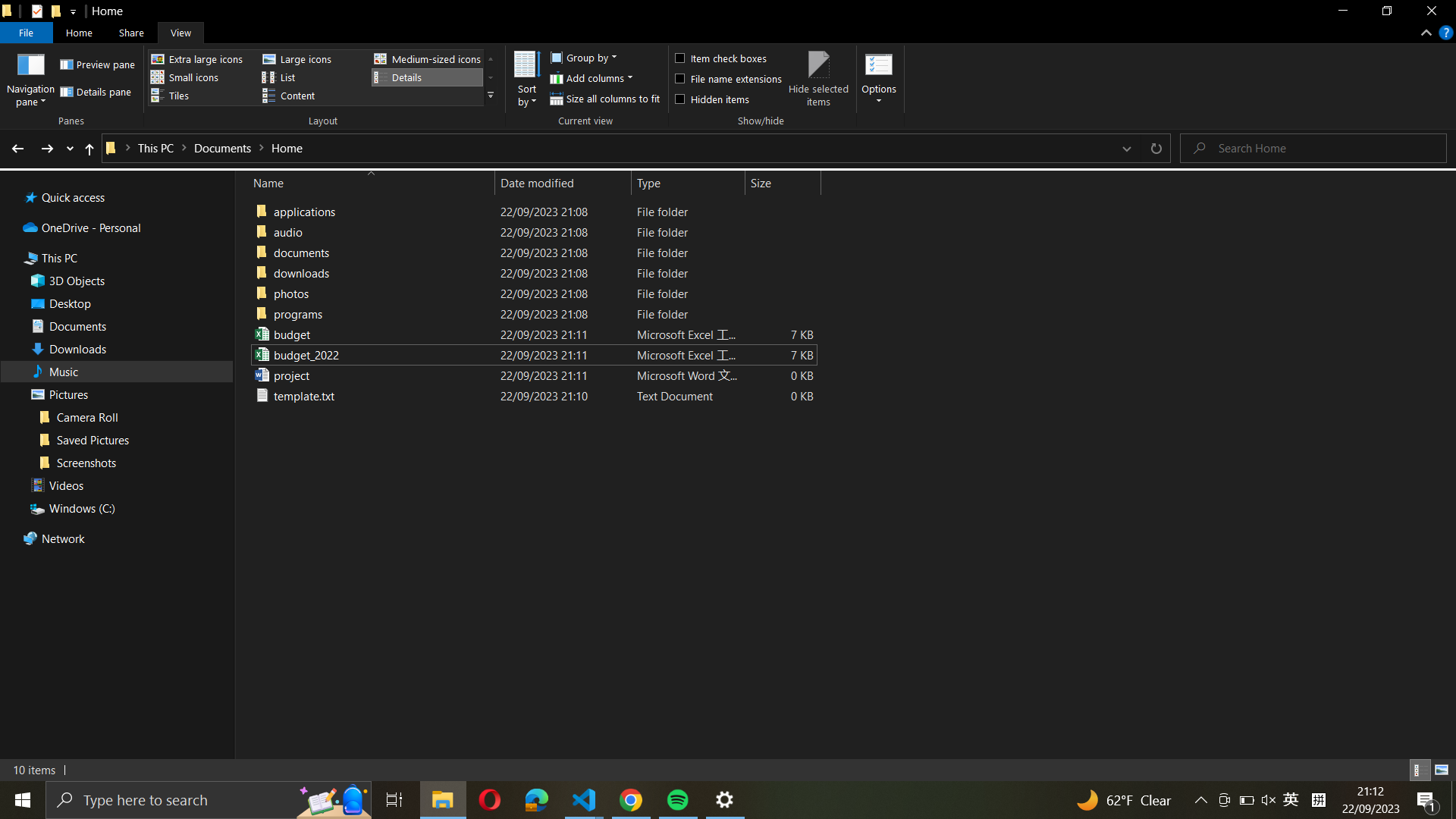  I want to click on Duplicate the "template.txt" from its current location to the "downloads" folder of the same directory utilizing hotkeys, so click(531, 394).